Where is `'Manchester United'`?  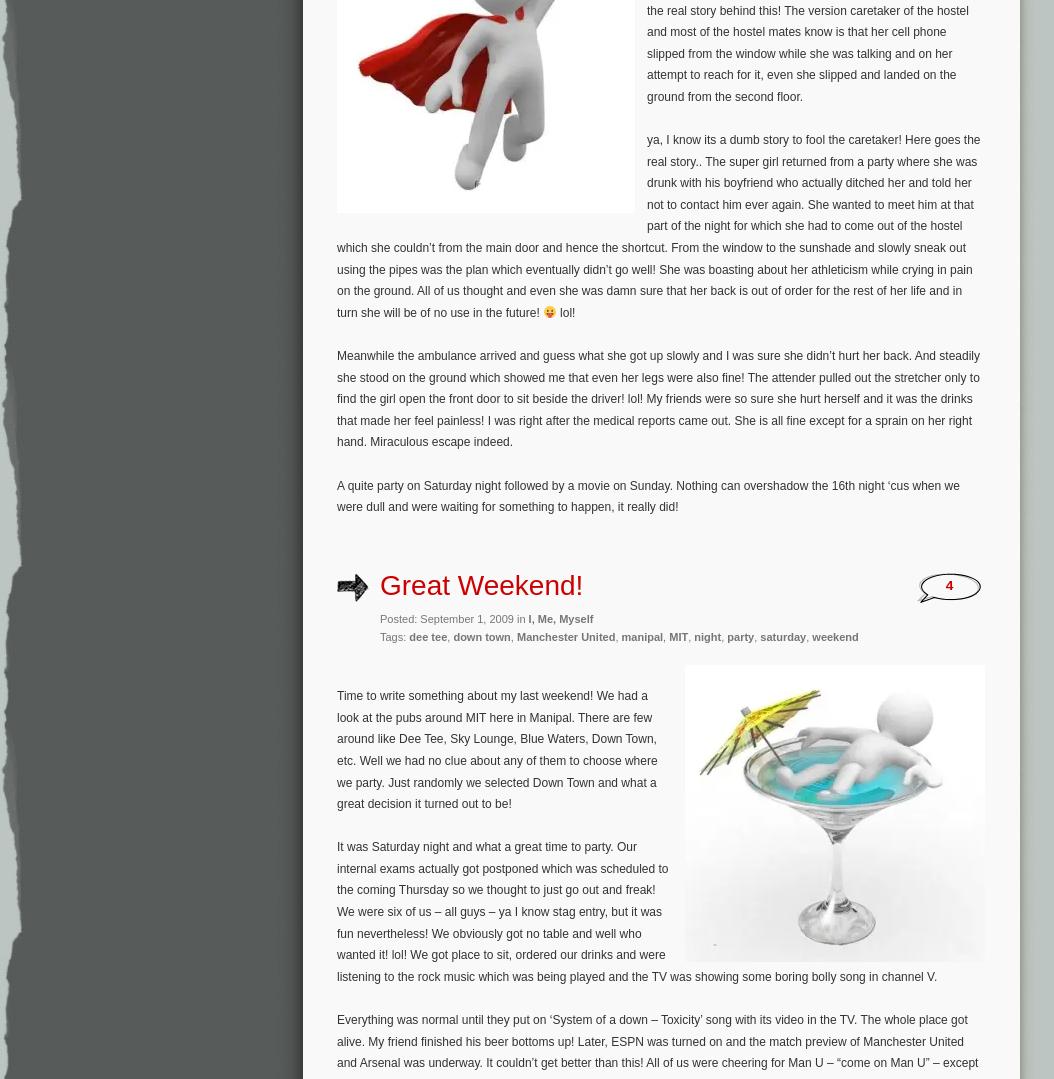
'Manchester United' is located at coordinates (515, 634).